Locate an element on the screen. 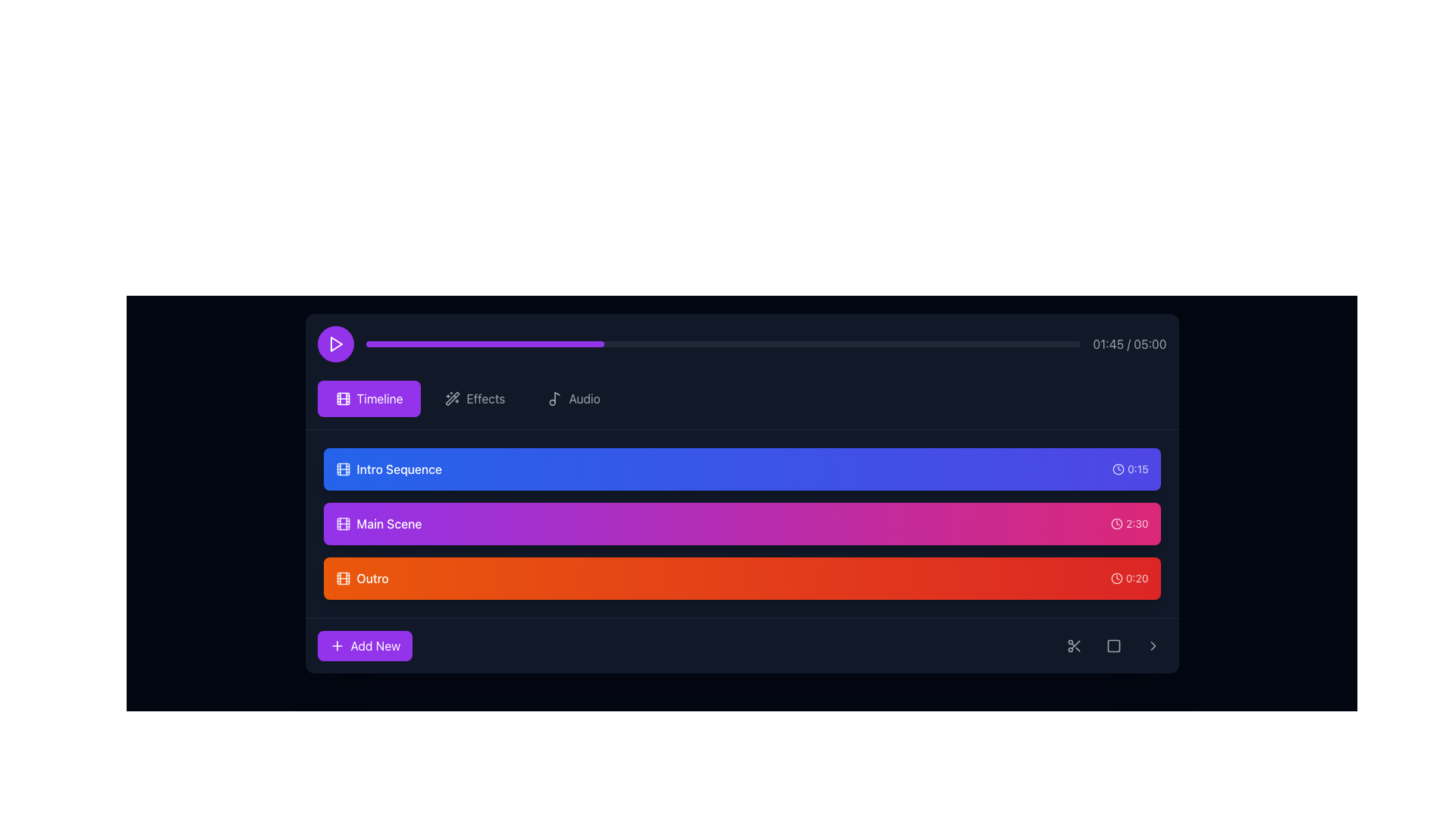 This screenshot has width=1456, height=819. the clock icon located in the 'Outro' section, which is a decorative vector graphic with two clock hands and a circular outline, positioned to the left of the text '2:30' is located at coordinates (1117, 522).